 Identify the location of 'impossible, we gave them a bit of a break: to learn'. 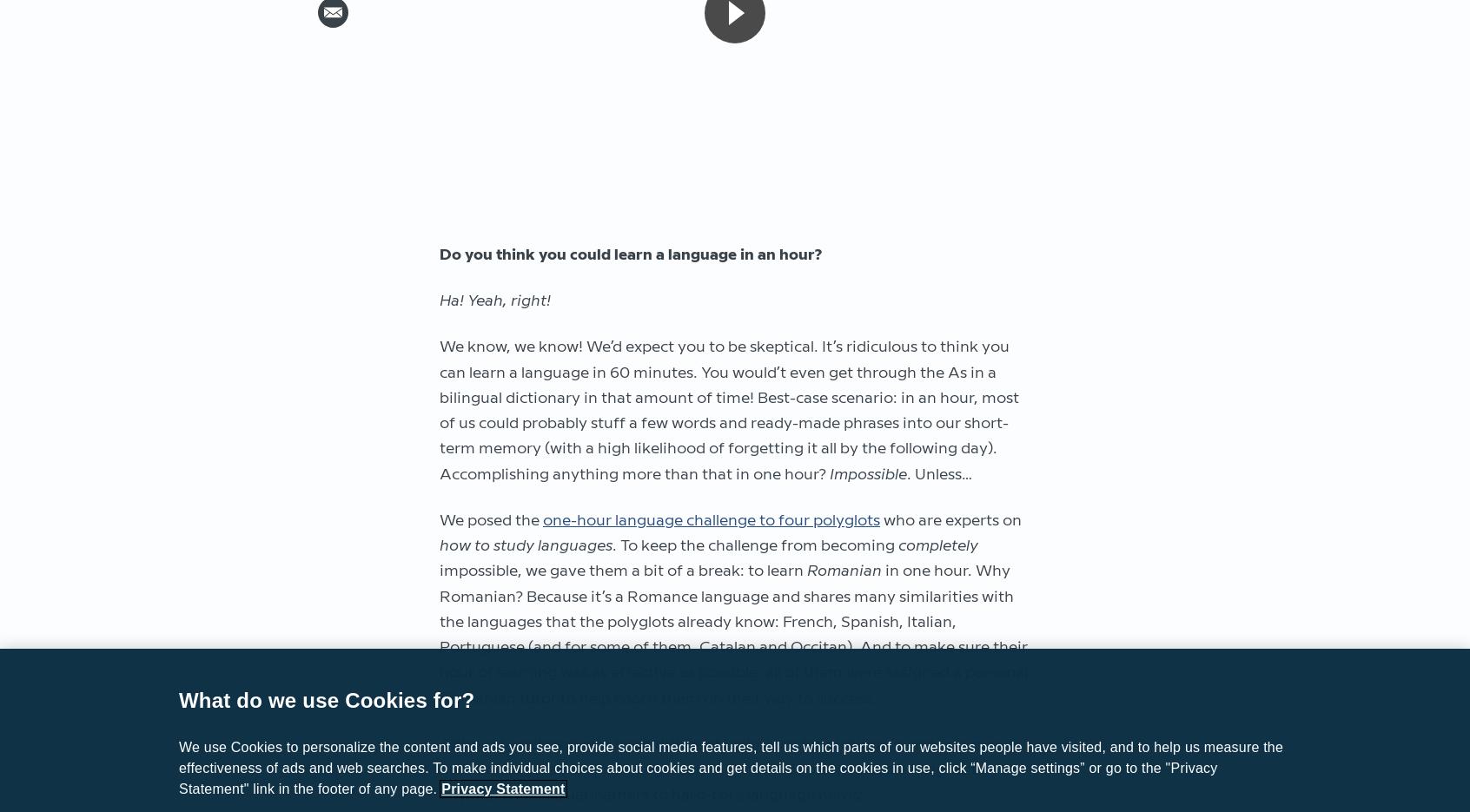
(440, 571).